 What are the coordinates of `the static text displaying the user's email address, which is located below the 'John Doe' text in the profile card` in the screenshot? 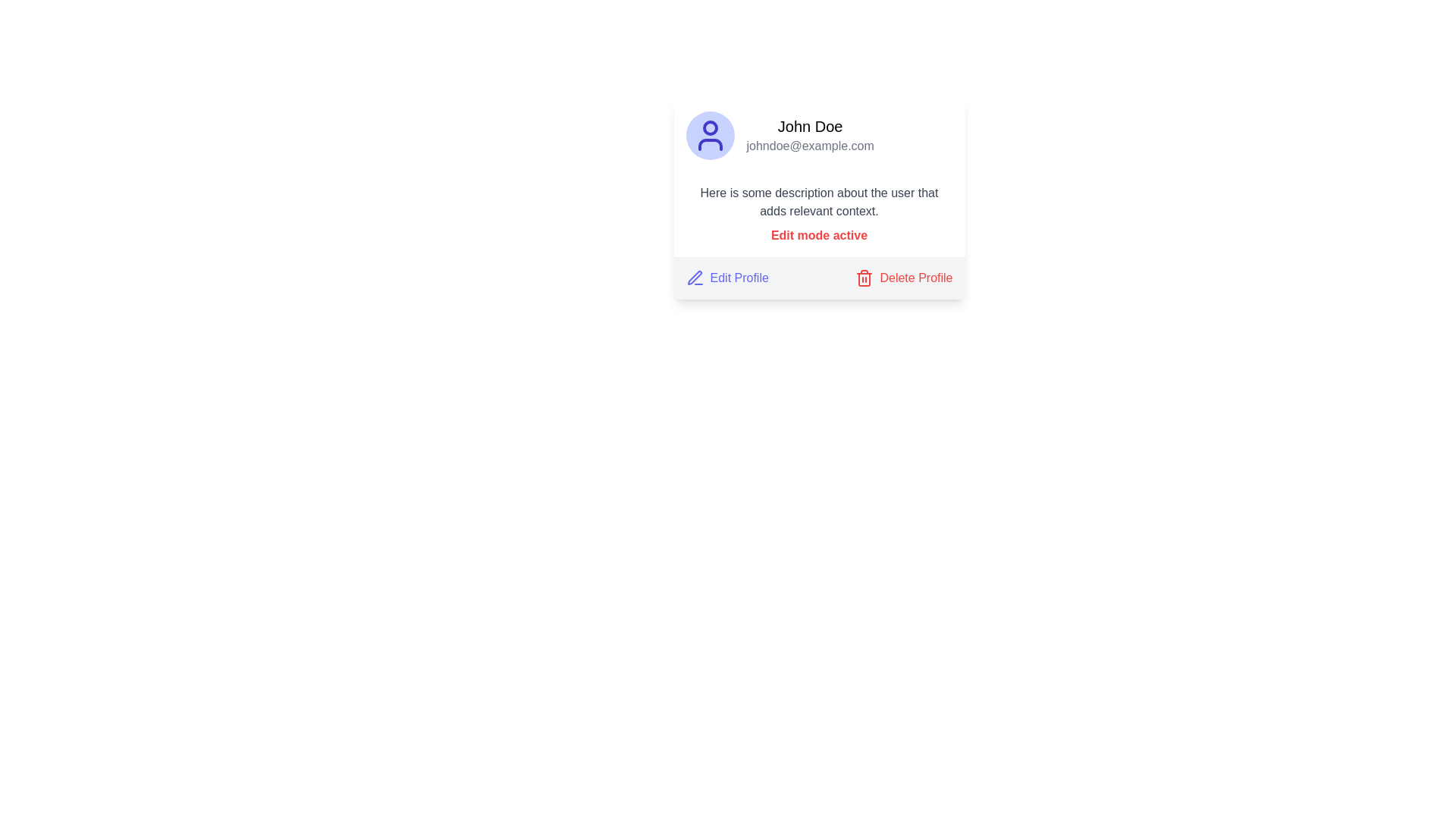 It's located at (809, 146).